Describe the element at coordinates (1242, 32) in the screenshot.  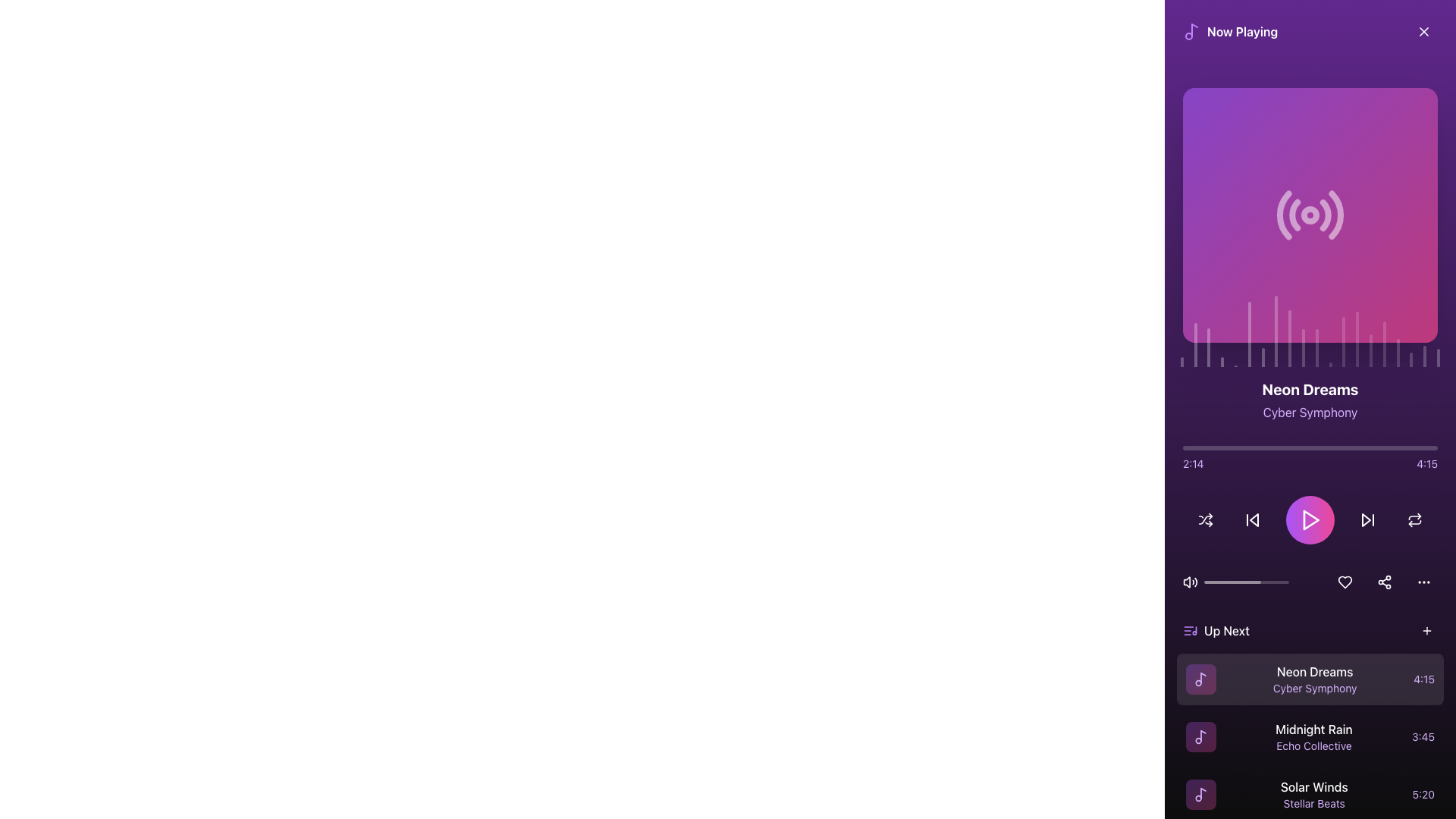
I see `the 'Now Playing' label, which serves as a title for the current media section and is located to the right of a musical note icon in the purple media panel` at that location.